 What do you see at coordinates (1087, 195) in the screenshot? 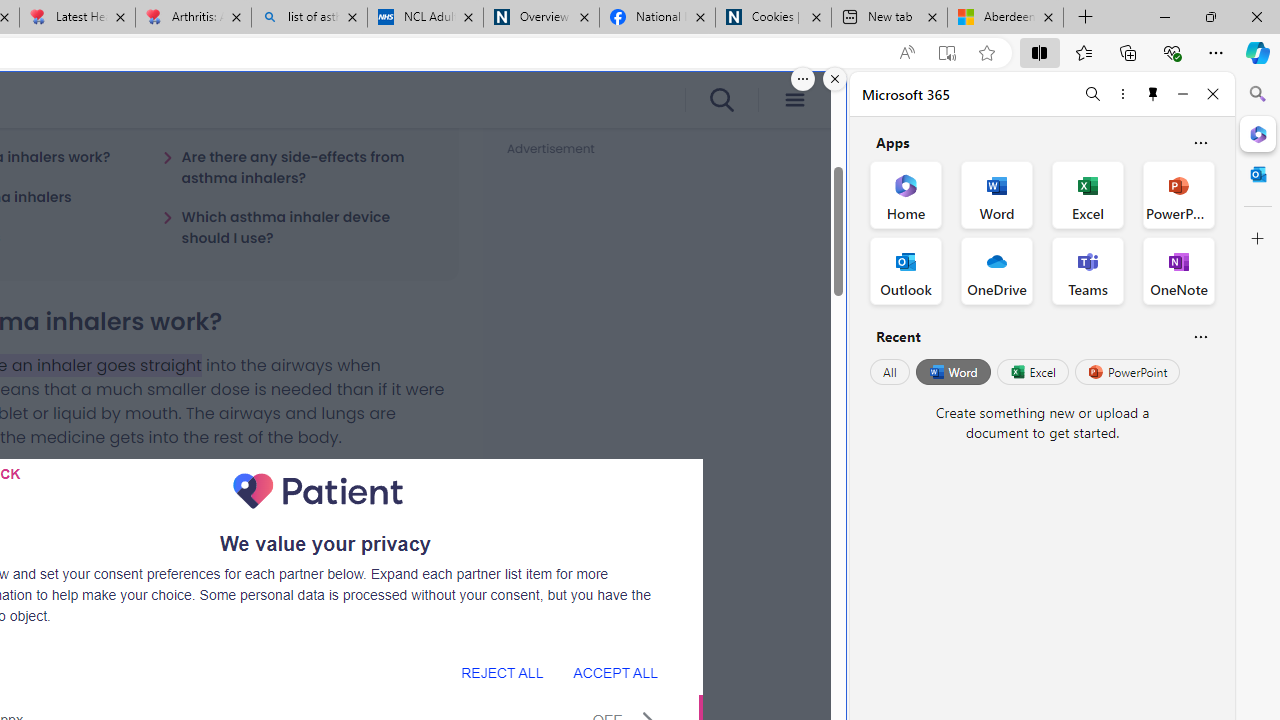
I see `'Excel Office App'` at bounding box center [1087, 195].